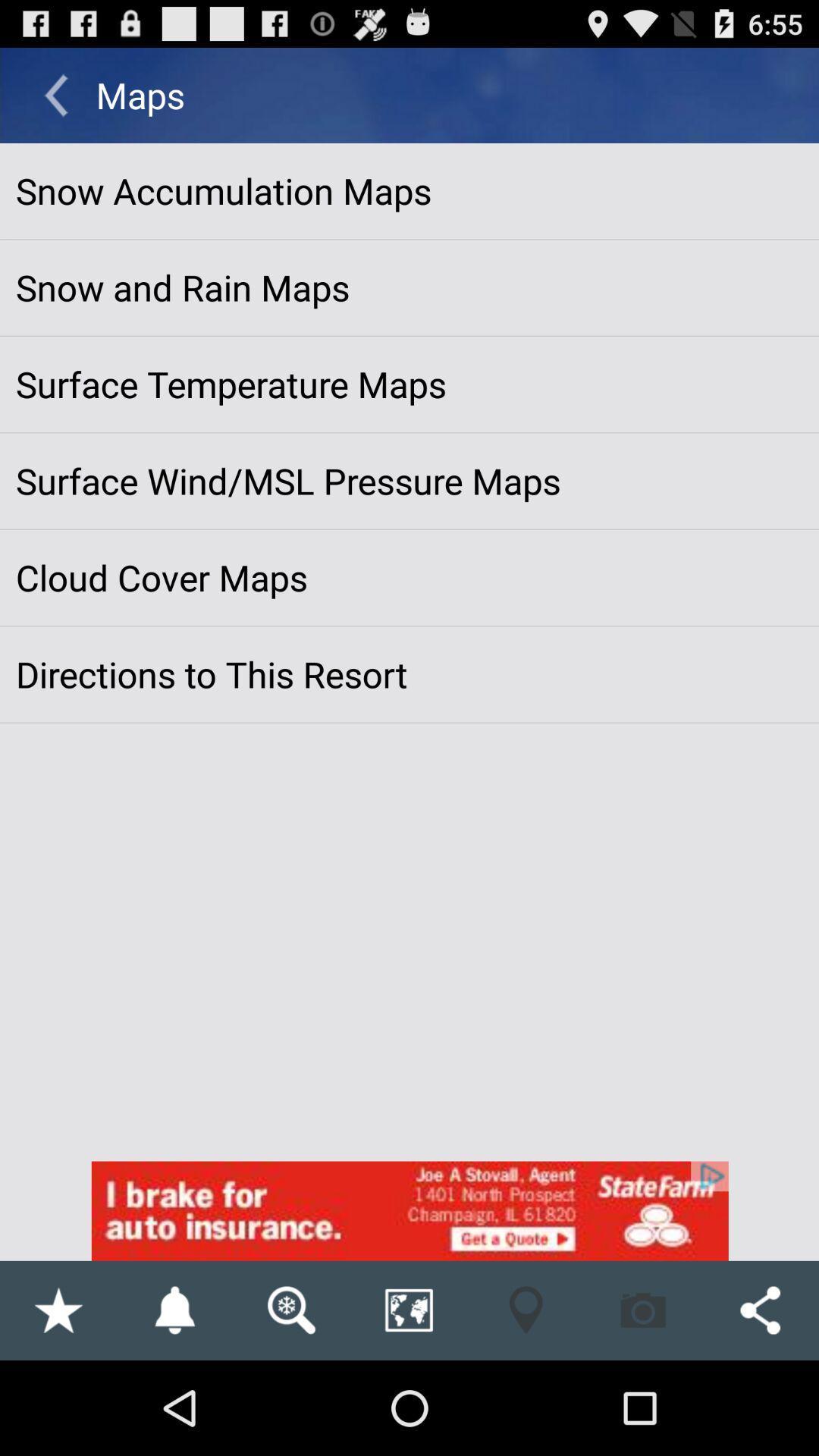 This screenshot has height=1456, width=819. What do you see at coordinates (174, 1310) in the screenshot?
I see `to subscribe` at bounding box center [174, 1310].